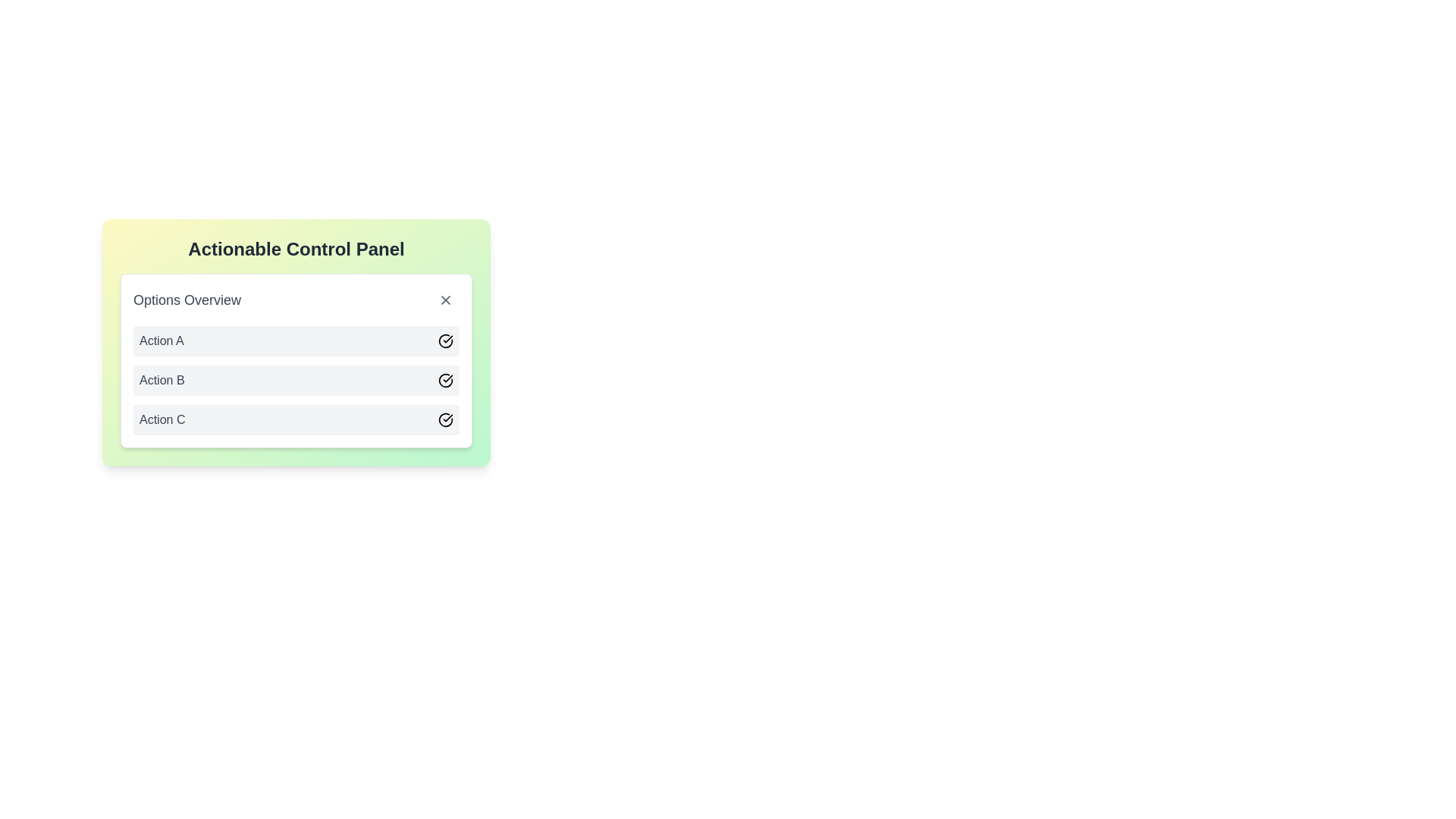  What do you see at coordinates (162, 379) in the screenshot?
I see `the text label 'Action B', which is the second entry in a vertical list of actions` at bounding box center [162, 379].